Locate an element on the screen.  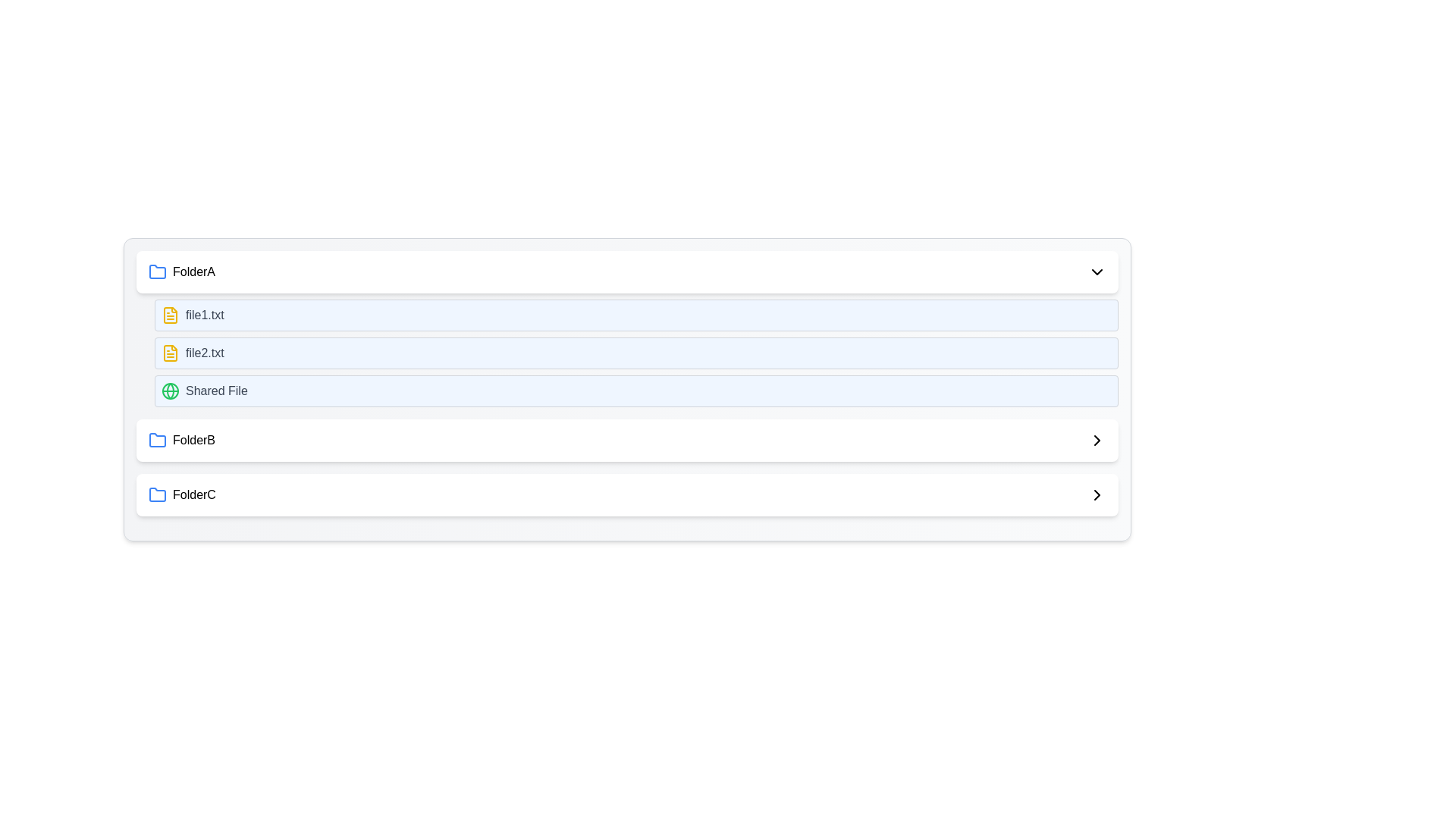
the downward-pointing chevron icon at the far-right end of the 'FolderA' row is located at coordinates (1097, 271).